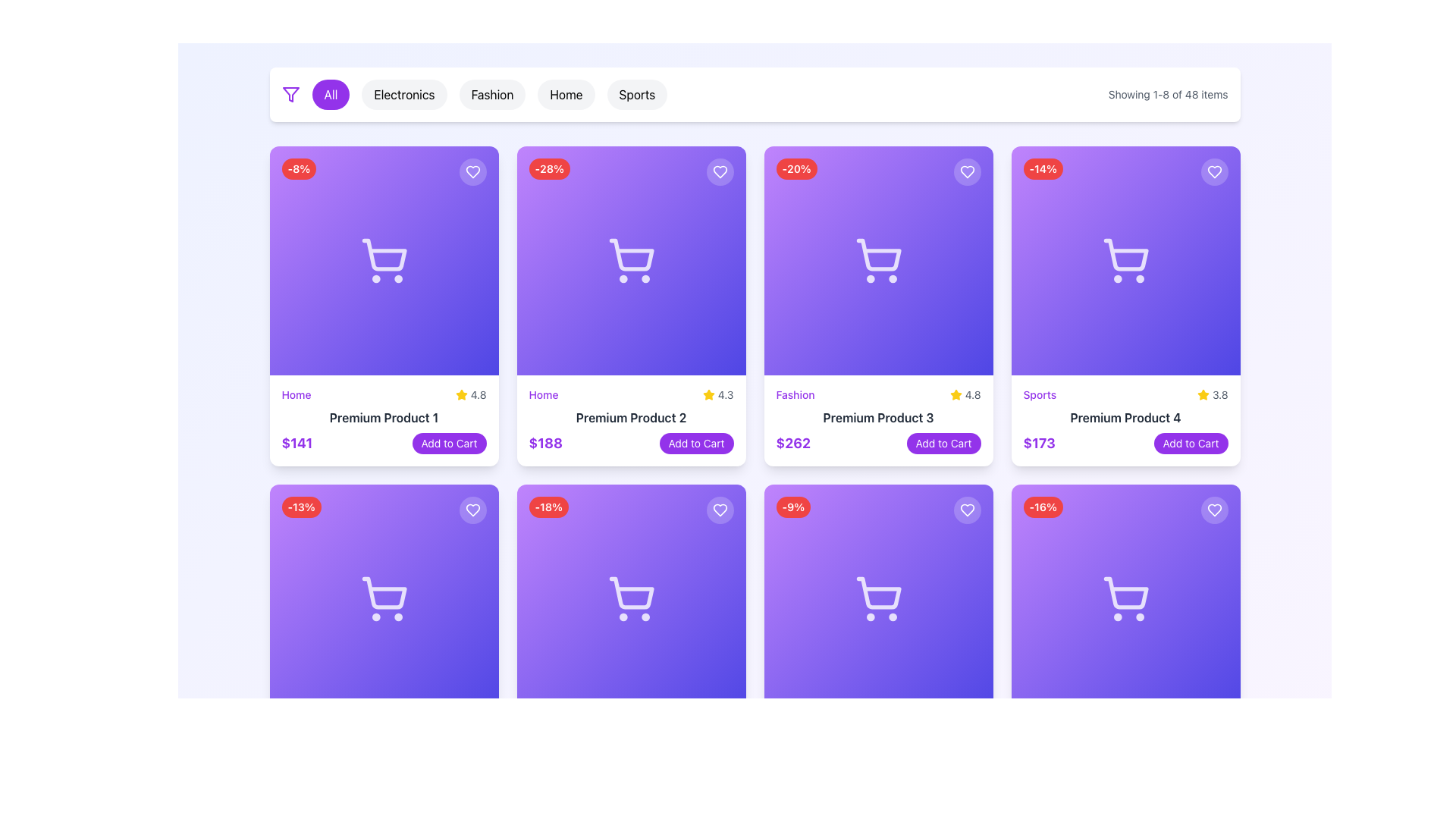 This screenshot has width=1456, height=819. Describe the element at coordinates (878, 592) in the screenshot. I see `the shopping cart icon, which is a rounded rectangular shape with two circles at the bottom, located in the lower section of a product information card` at that location.